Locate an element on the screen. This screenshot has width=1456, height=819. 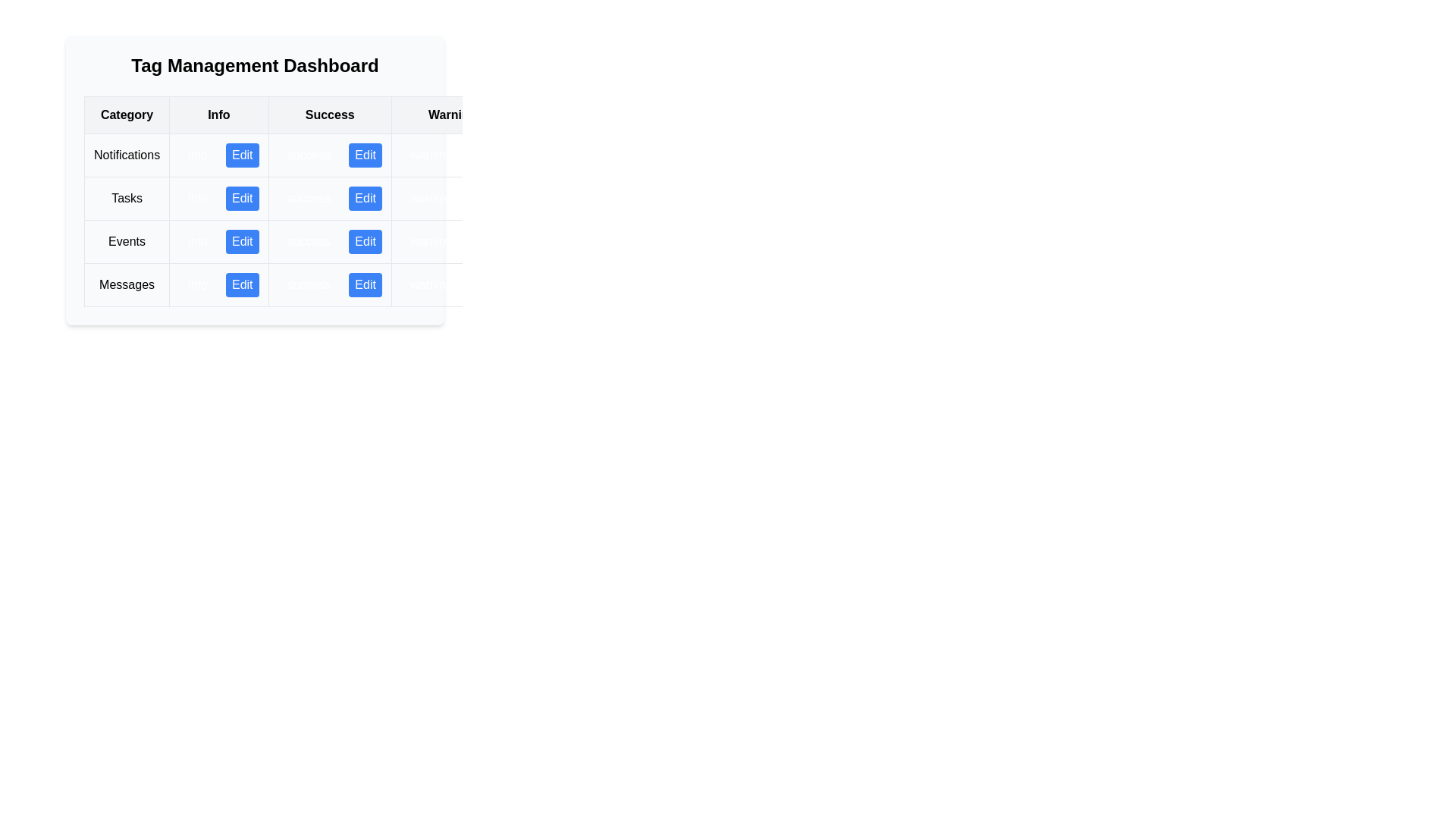
the blue 'Edit' button located in the 'Info' column of the 'Tasks' row in the Tag Management Dashboard is located at coordinates (255, 180).